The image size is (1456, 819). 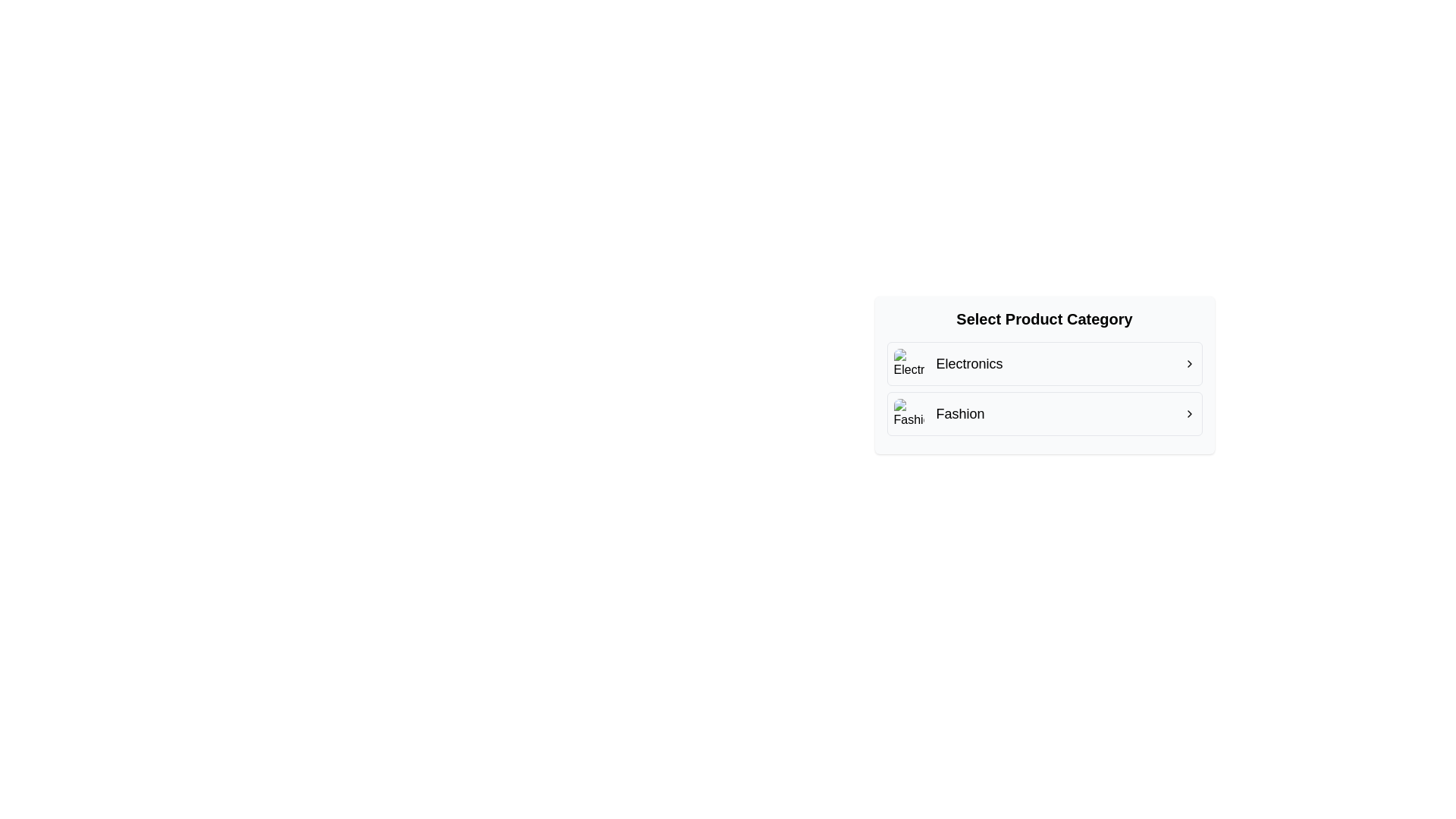 What do you see at coordinates (1043, 414) in the screenshot?
I see `the 'Fashion' category item in the selection list to indicate focus` at bounding box center [1043, 414].